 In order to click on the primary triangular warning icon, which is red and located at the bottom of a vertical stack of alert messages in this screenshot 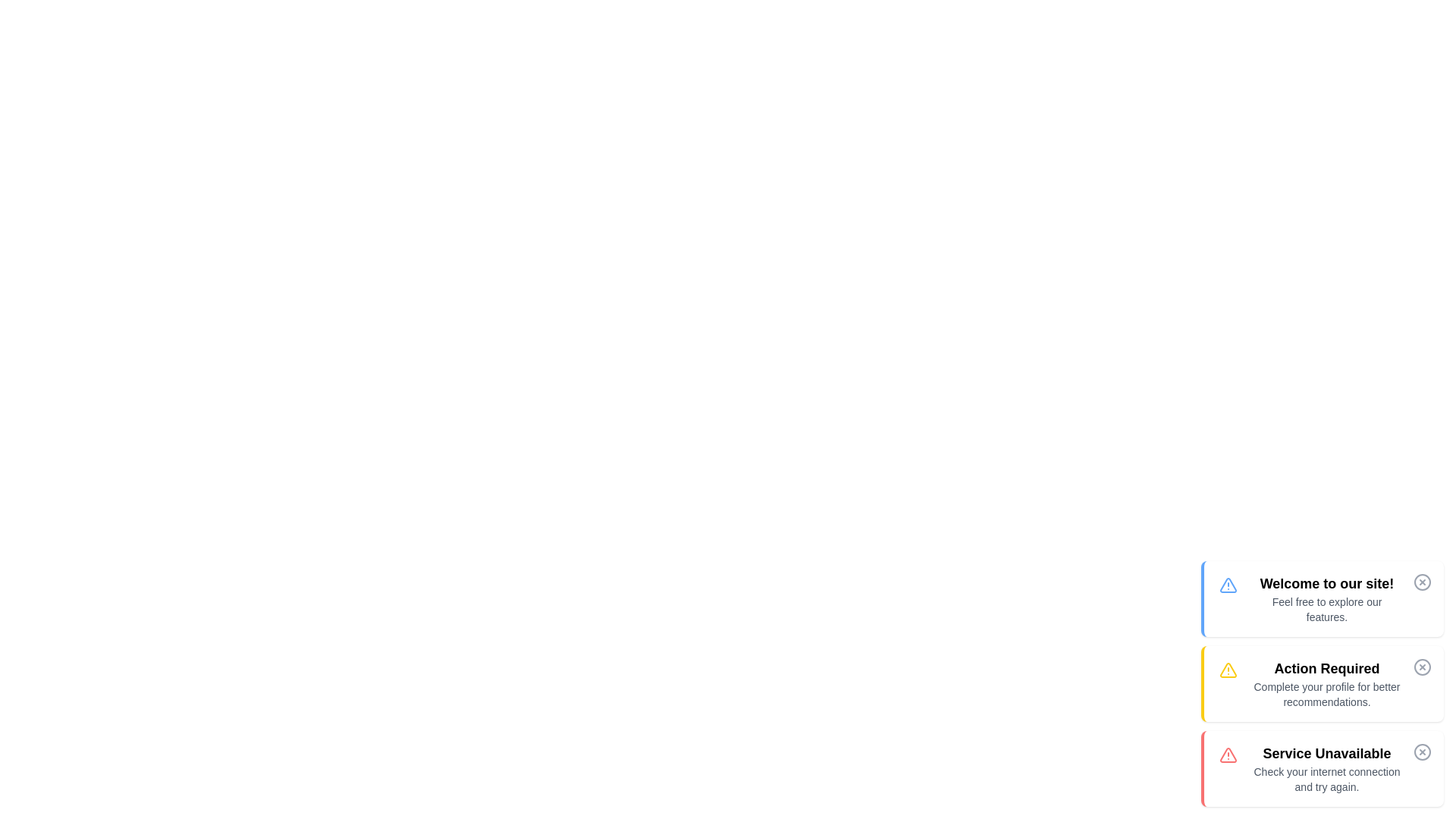, I will do `click(1228, 755)`.